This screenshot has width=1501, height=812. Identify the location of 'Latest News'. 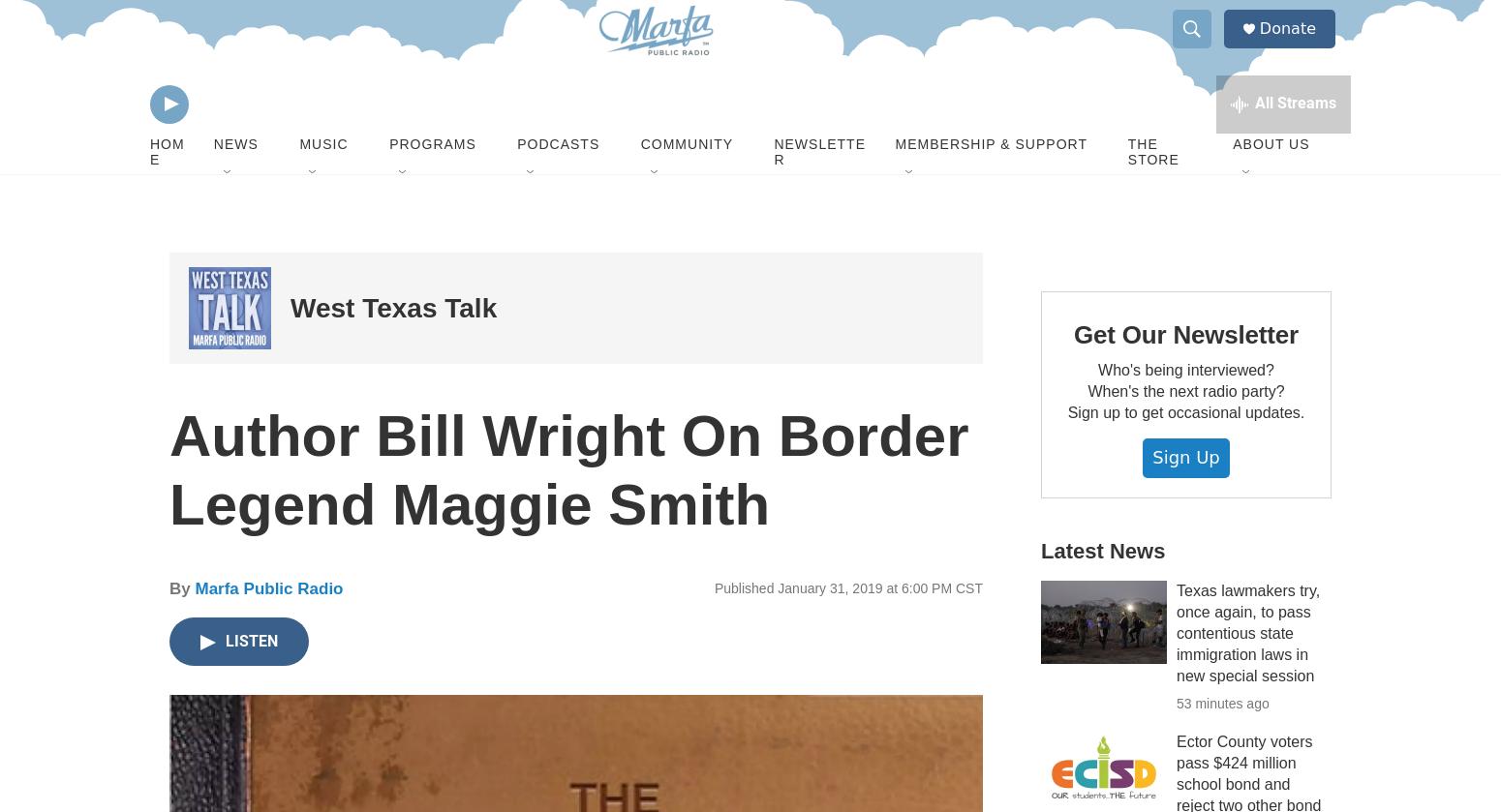
(1101, 597).